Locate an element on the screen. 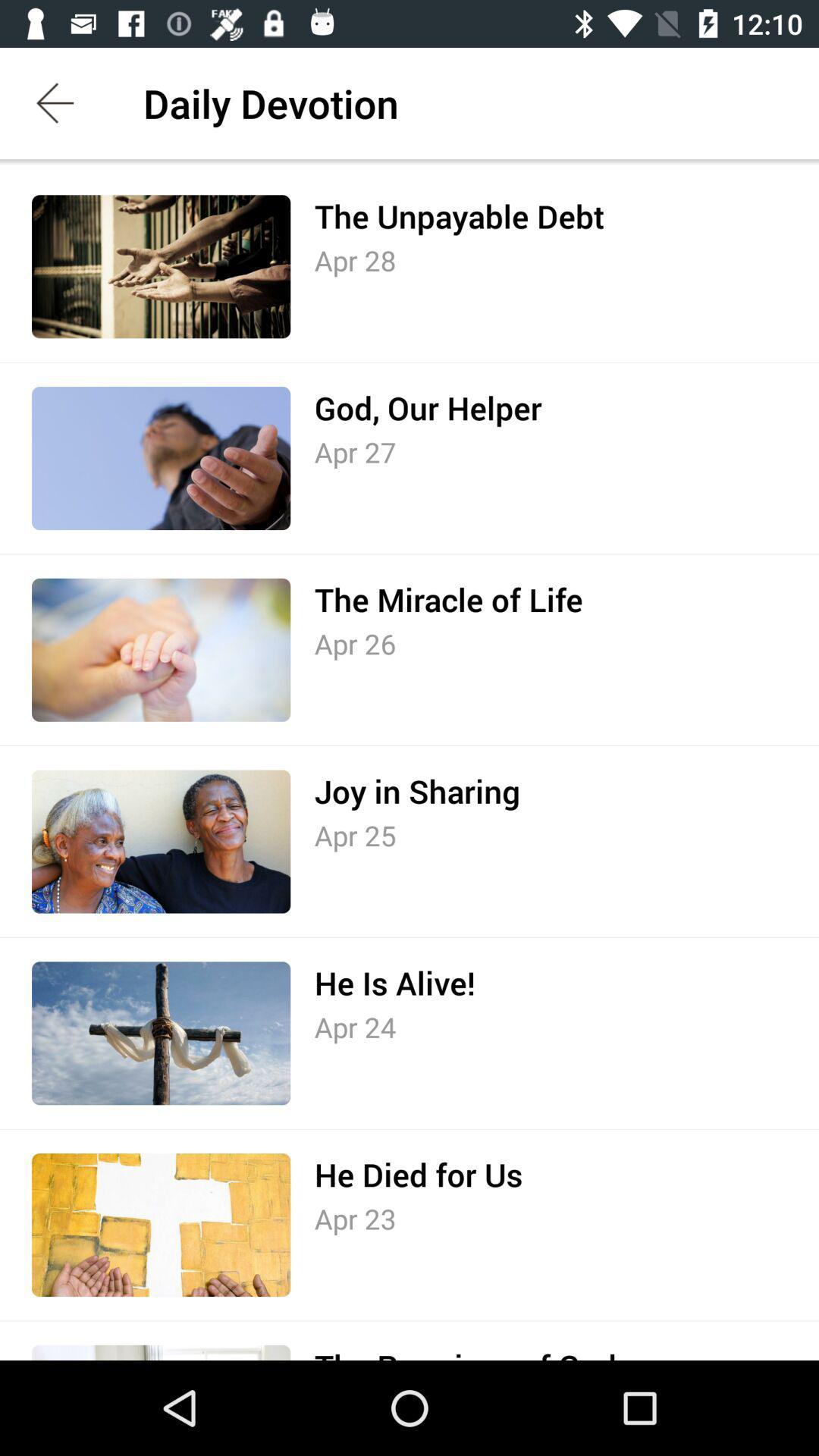 Image resolution: width=819 pixels, height=1456 pixels. the he is alive! is located at coordinates (394, 983).